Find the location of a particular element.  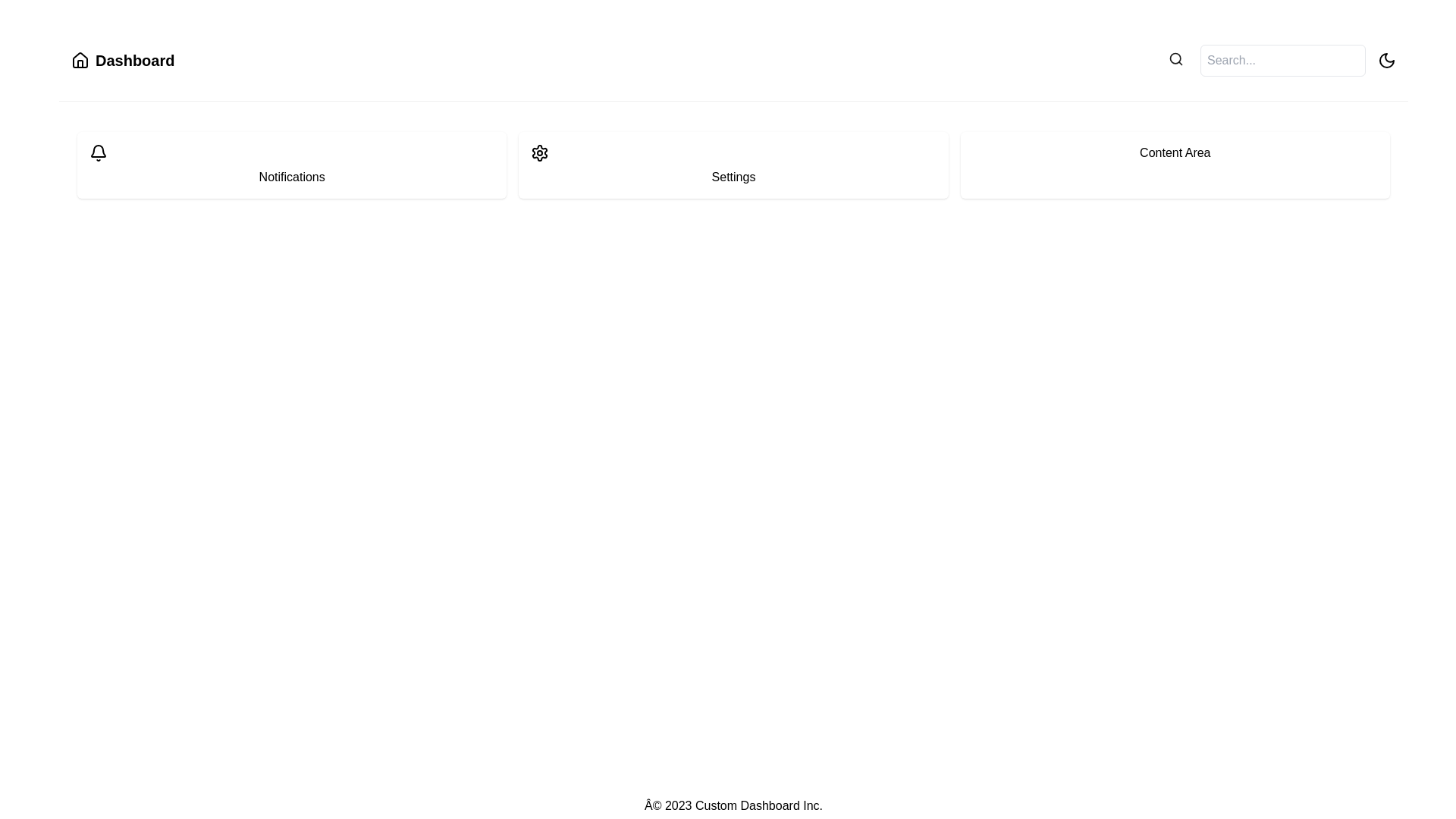

the crescent moon icon at the top-right corner of the interface is located at coordinates (1386, 60).